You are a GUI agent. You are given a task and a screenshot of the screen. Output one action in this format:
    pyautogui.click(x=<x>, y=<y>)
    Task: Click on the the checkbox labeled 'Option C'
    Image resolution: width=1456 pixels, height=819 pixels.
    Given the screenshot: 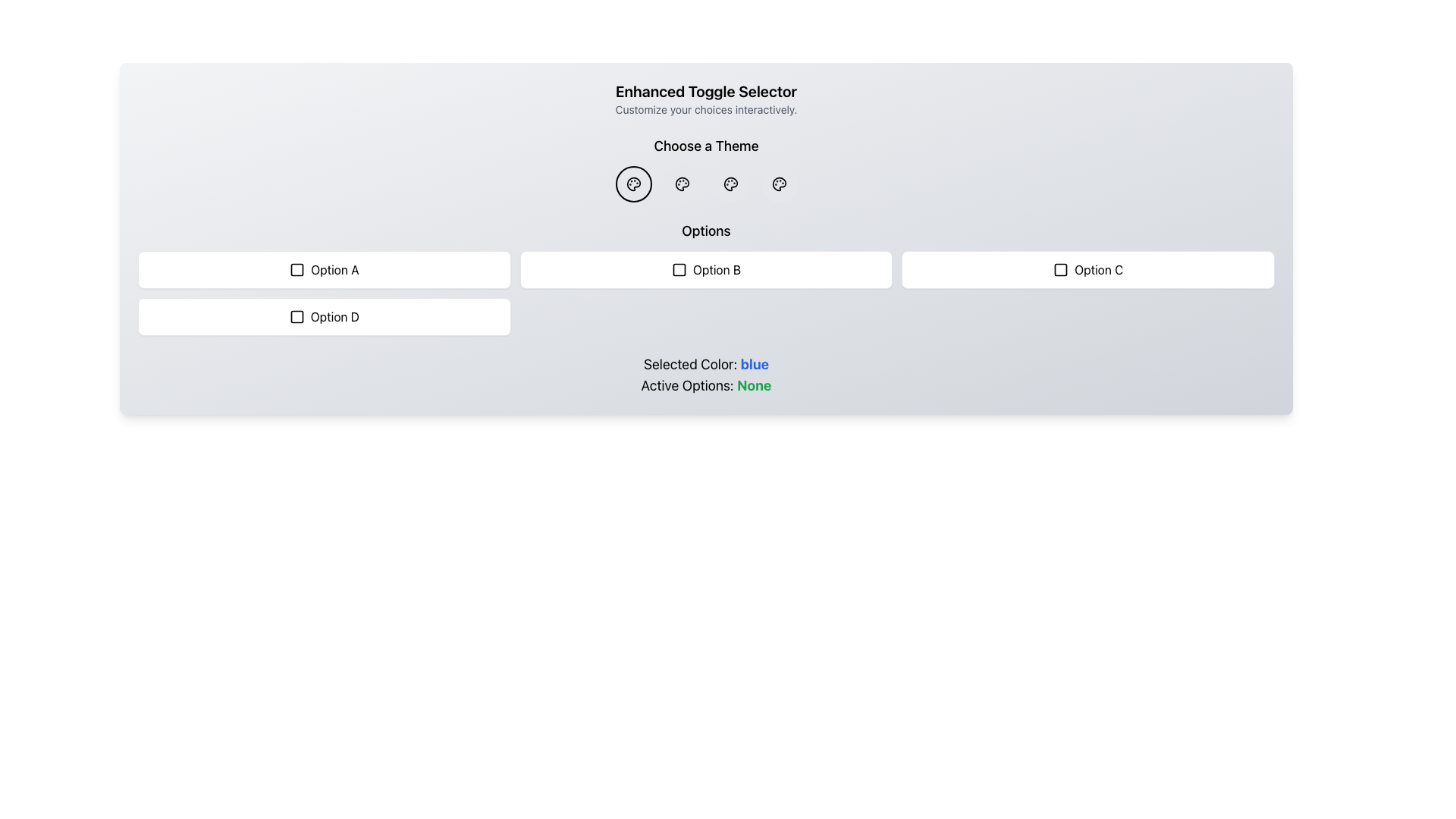 What is the action you would take?
    pyautogui.click(x=1087, y=268)
    